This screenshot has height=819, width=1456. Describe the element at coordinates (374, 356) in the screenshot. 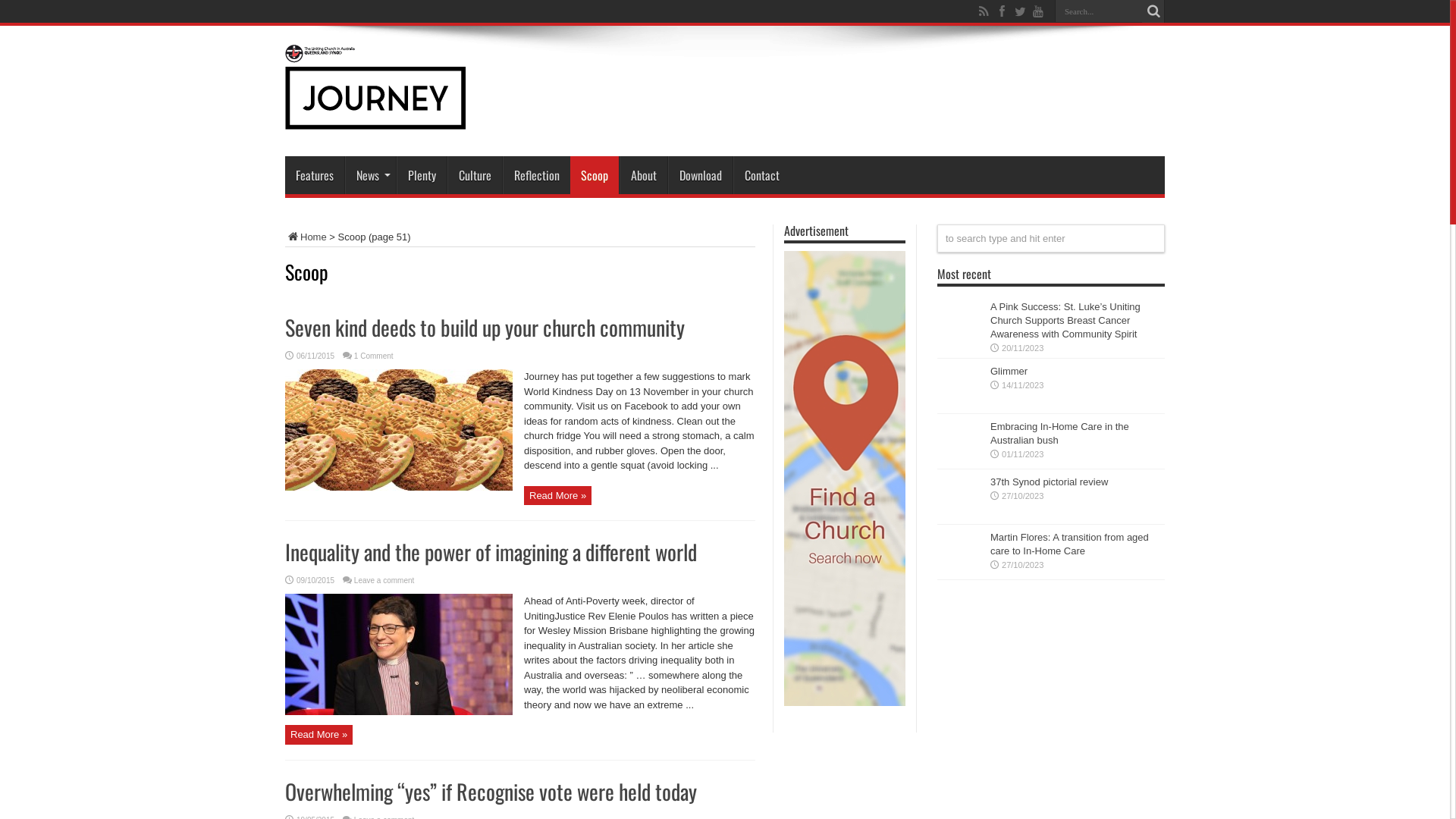

I see `'1 Comment'` at that location.